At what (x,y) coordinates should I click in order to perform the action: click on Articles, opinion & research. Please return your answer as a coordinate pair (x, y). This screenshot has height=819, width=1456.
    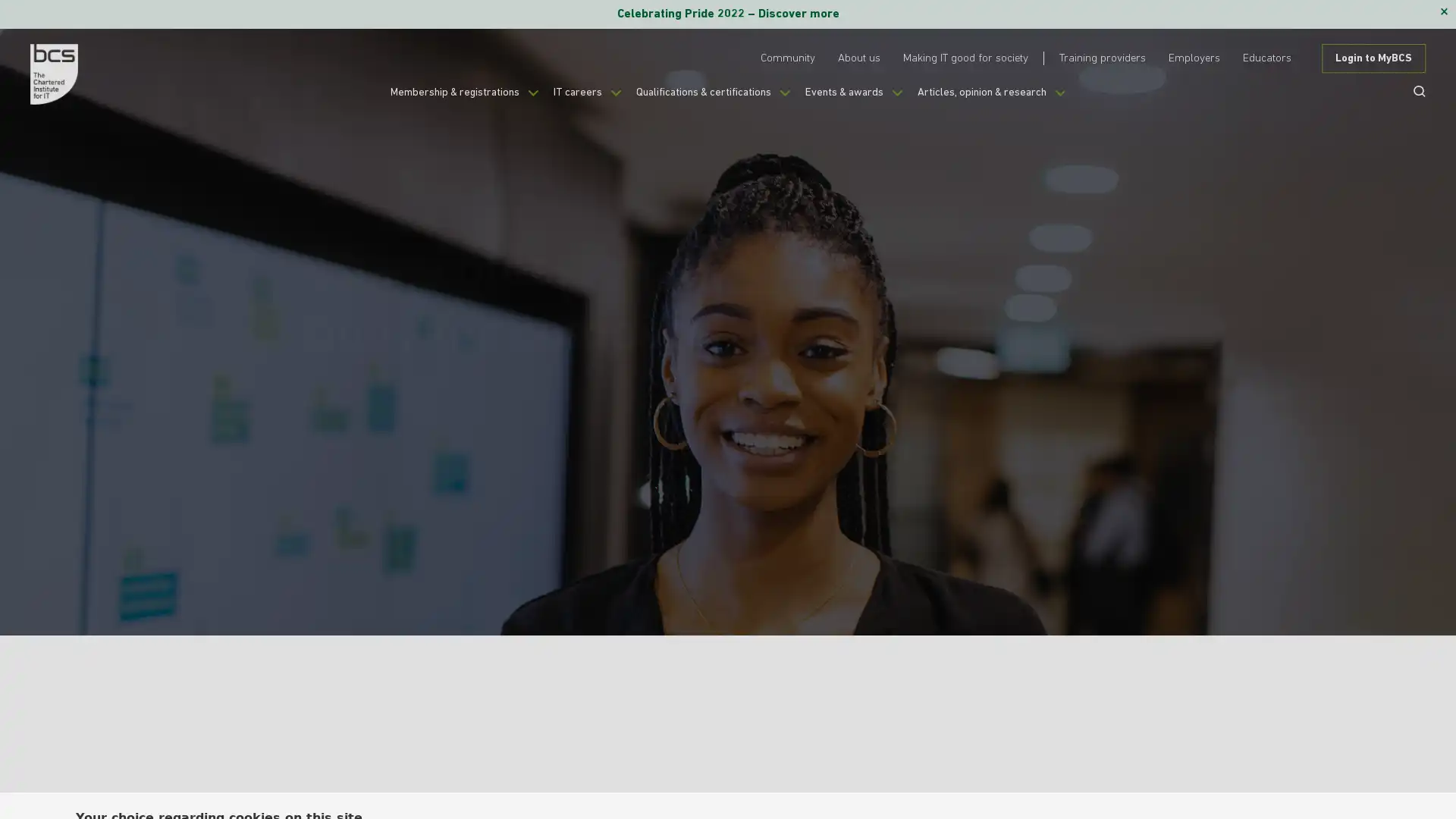
    Looking at the image, I should click on (1019, 100).